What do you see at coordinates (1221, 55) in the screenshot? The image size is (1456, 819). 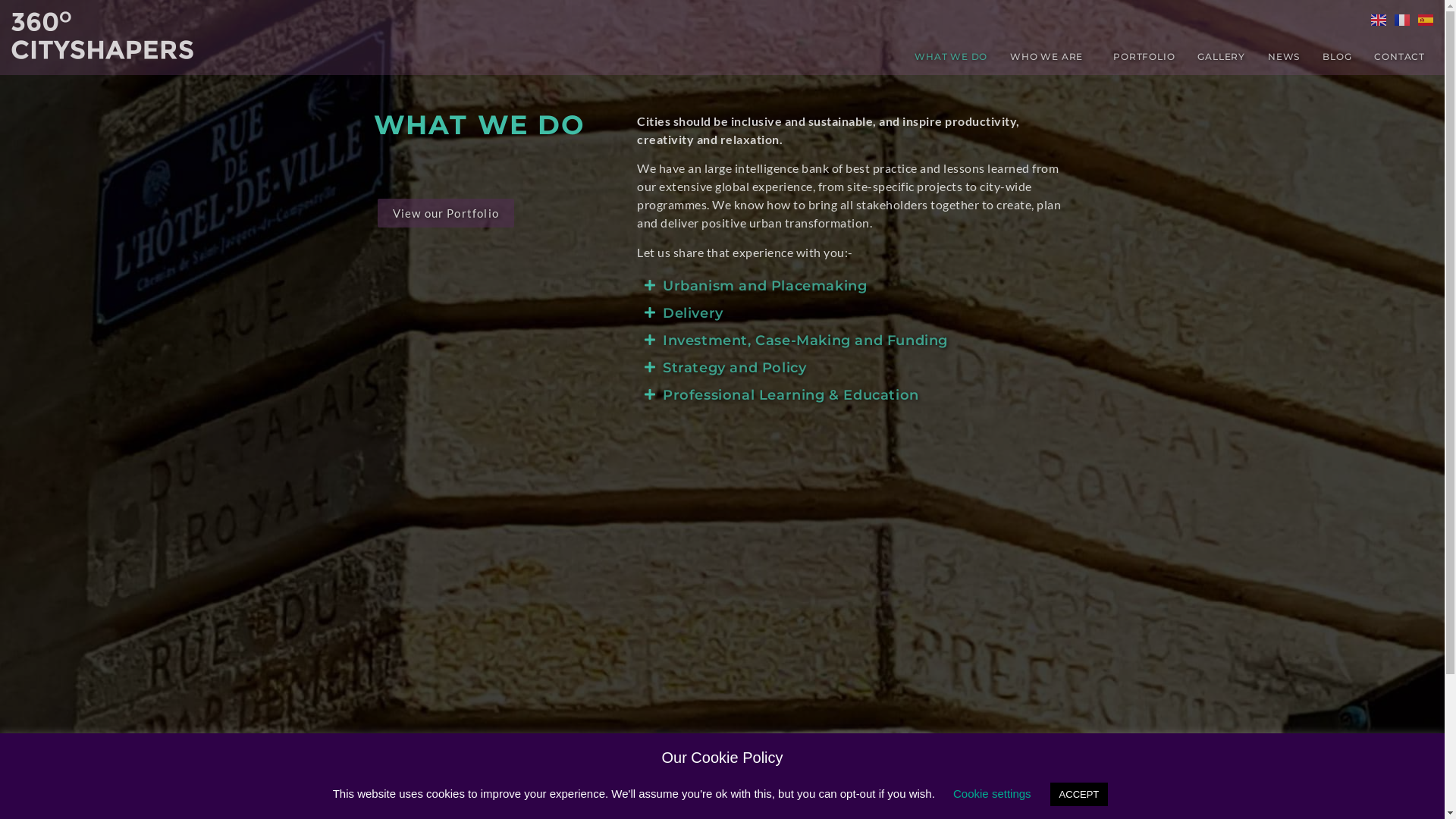 I see `'GALLERY'` at bounding box center [1221, 55].